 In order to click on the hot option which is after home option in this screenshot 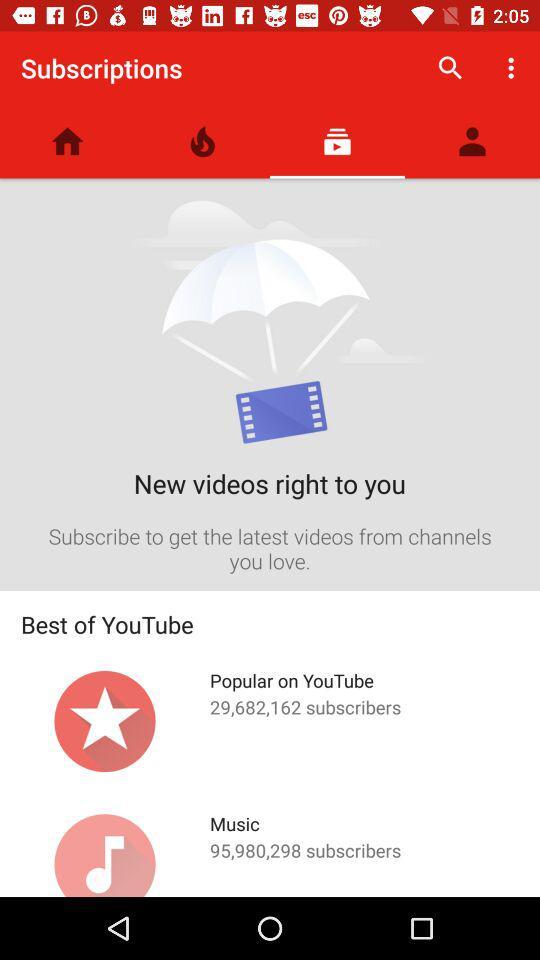, I will do `click(202, 140)`.